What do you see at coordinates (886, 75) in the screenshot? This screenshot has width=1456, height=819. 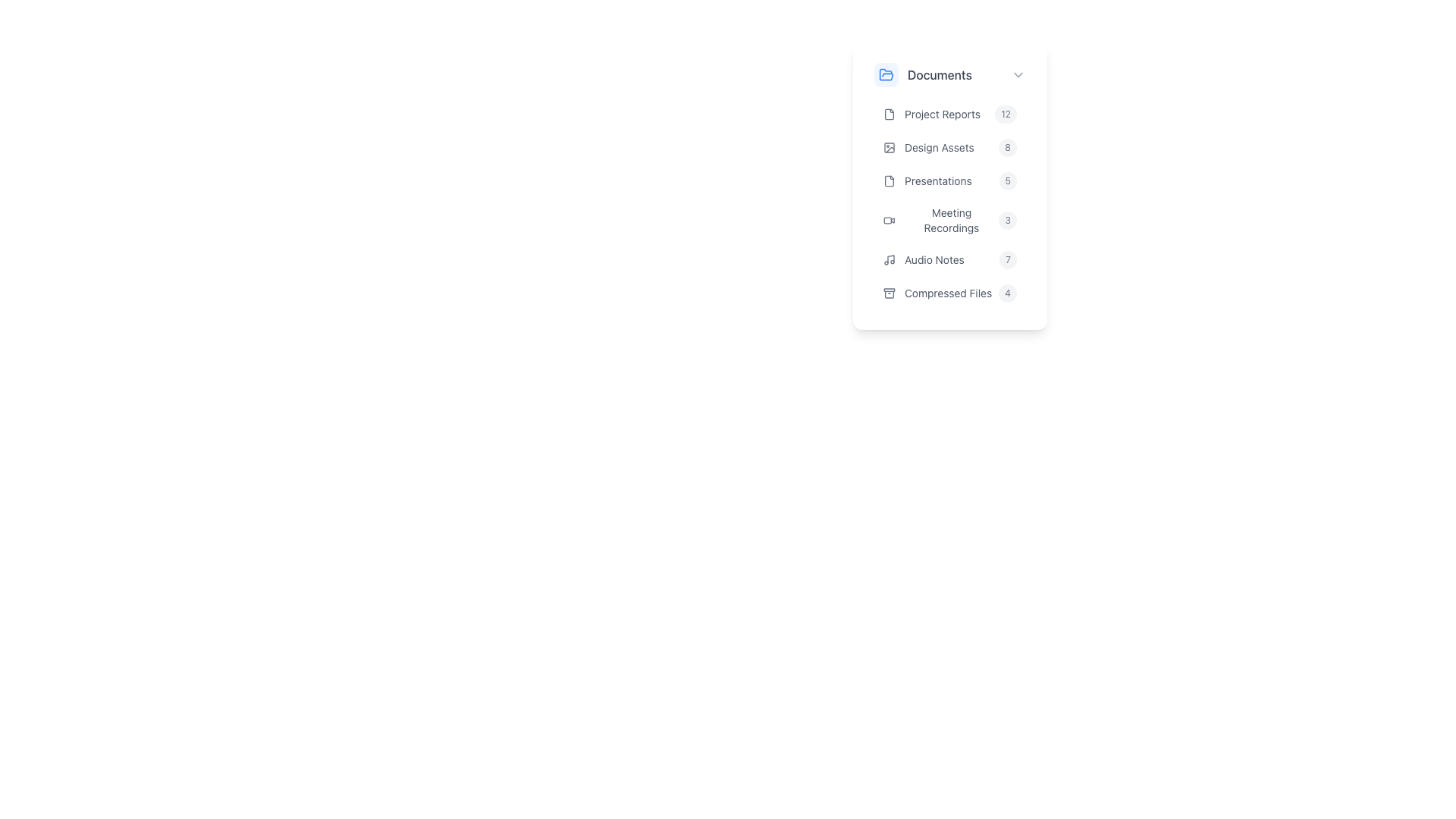 I see `the folder icon located above the 'Documents' text, which is within a light blue background on the card labeled 'Documents'` at bounding box center [886, 75].